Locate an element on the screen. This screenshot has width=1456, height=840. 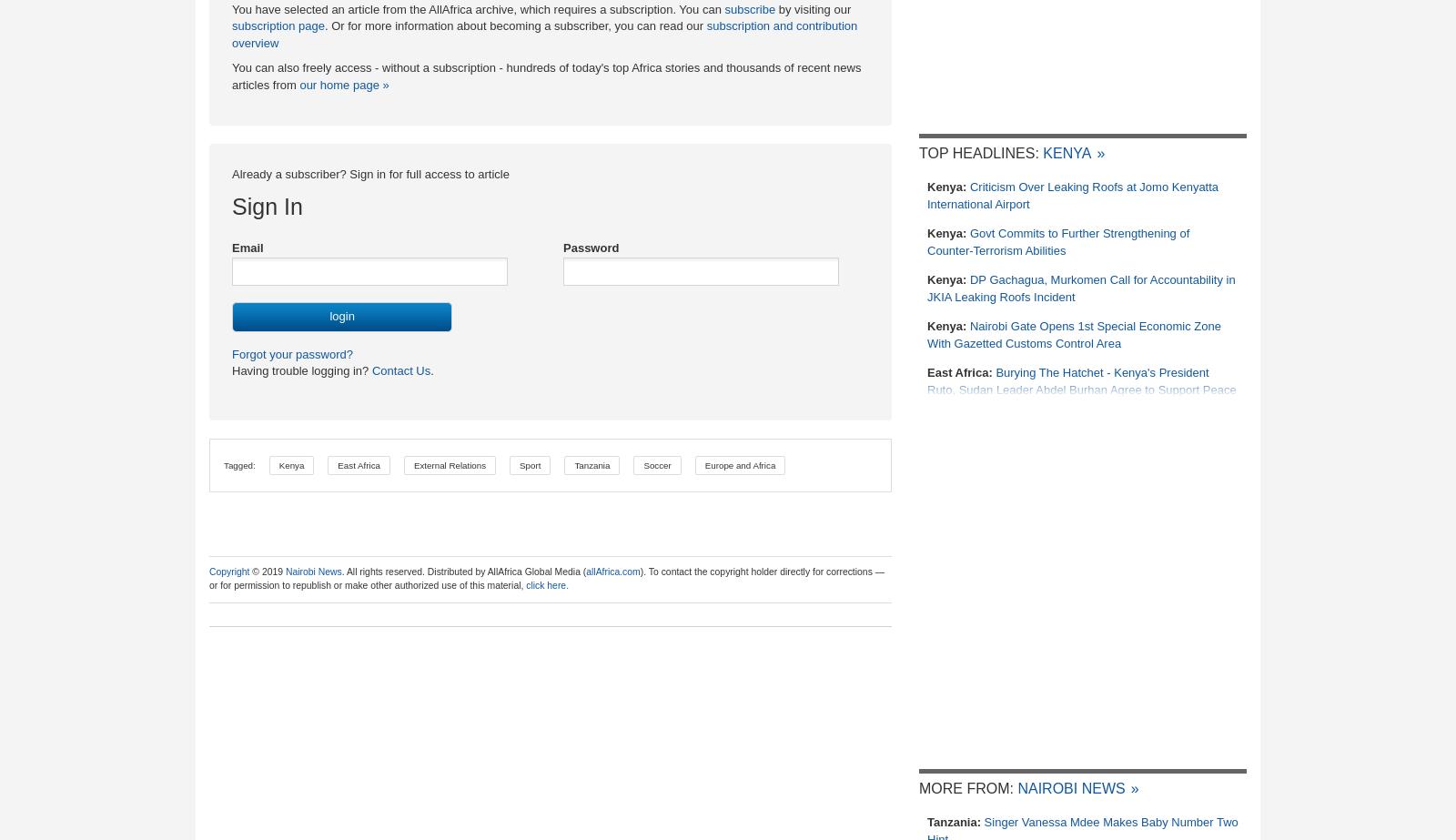
').
  To contact the copyright holder directly for corrections — or for permission to republish or make other authorized use of this material,' is located at coordinates (545, 578).